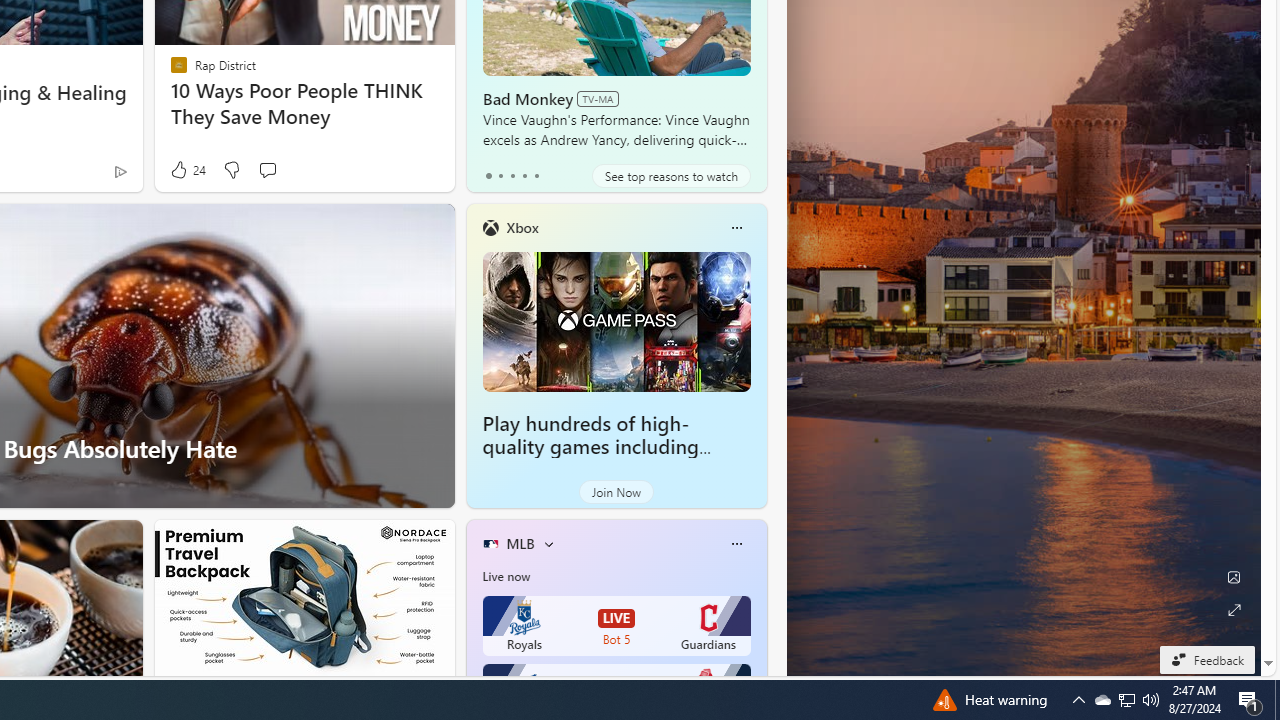 The image size is (1280, 720). What do you see at coordinates (735, 543) in the screenshot?
I see `'More options'` at bounding box center [735, 543].